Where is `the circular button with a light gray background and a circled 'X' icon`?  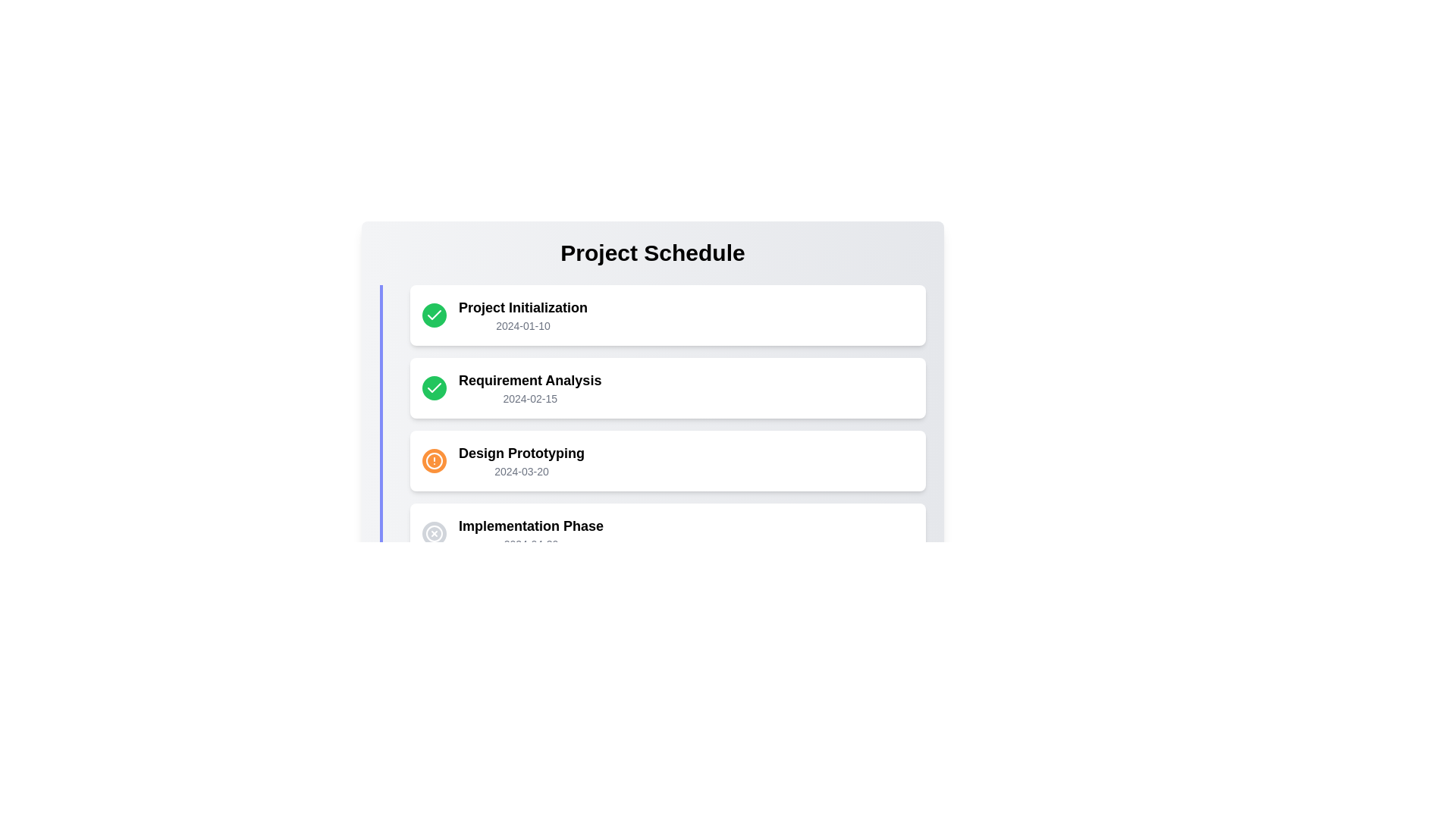 the circular button with a light gray background and a circled 'X' icon is located at coordinates (433, 533).